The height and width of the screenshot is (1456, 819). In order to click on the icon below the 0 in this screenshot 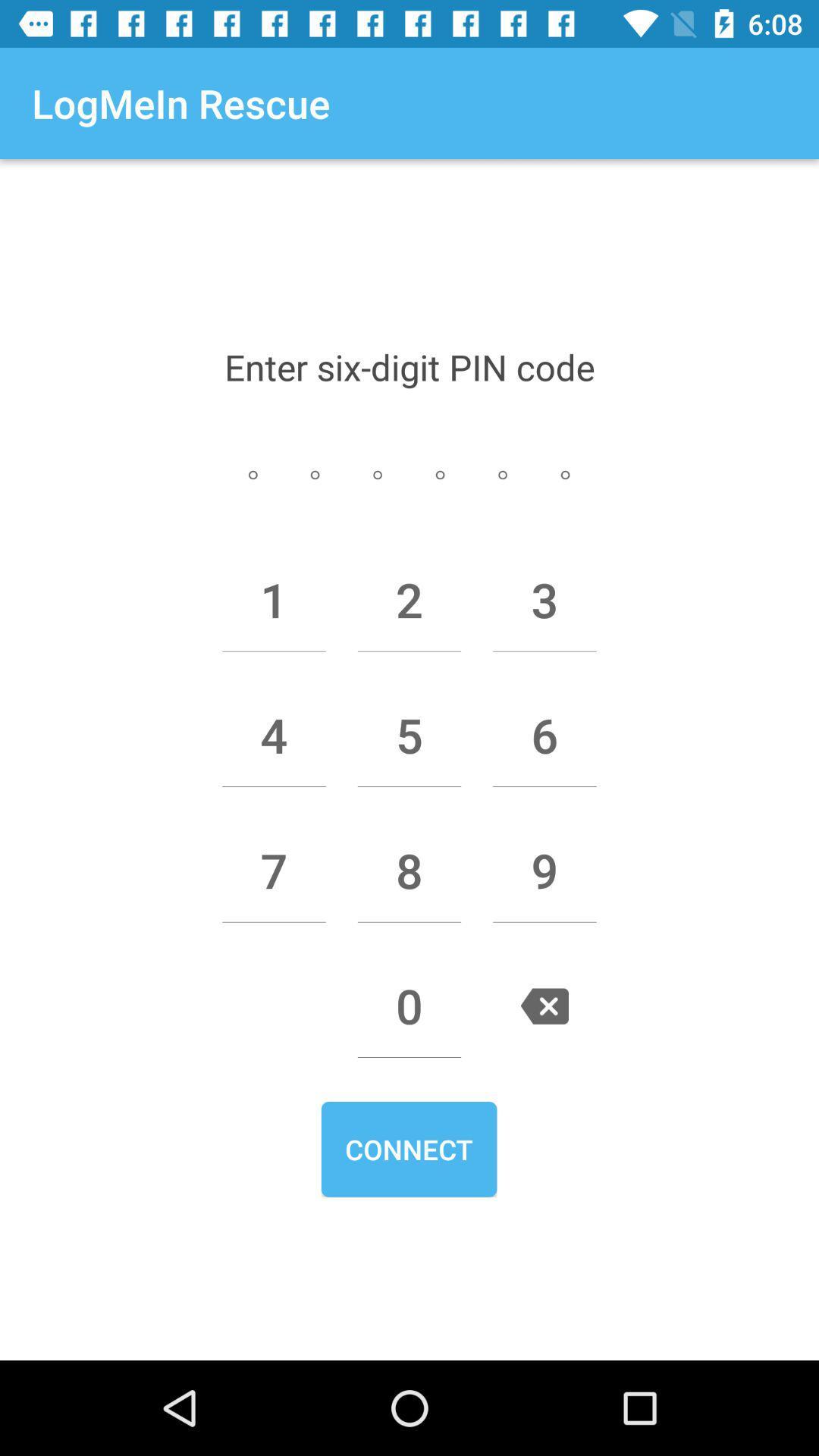, I will do `click(408, 1149)`.